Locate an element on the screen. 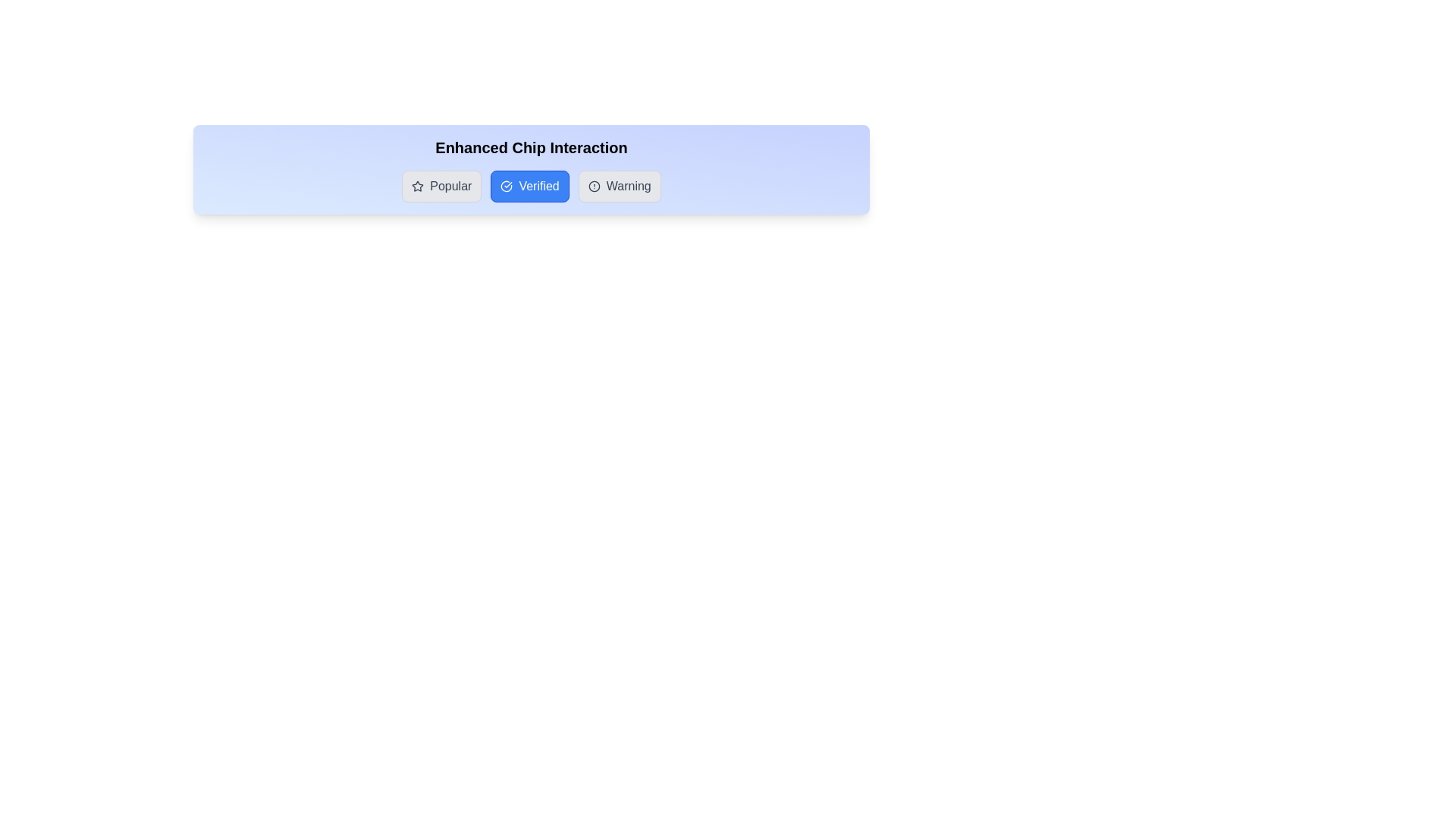 The height and width of the screenshot is (819, 1456). the chip labeled Popular is located at coordinates (441, 186).